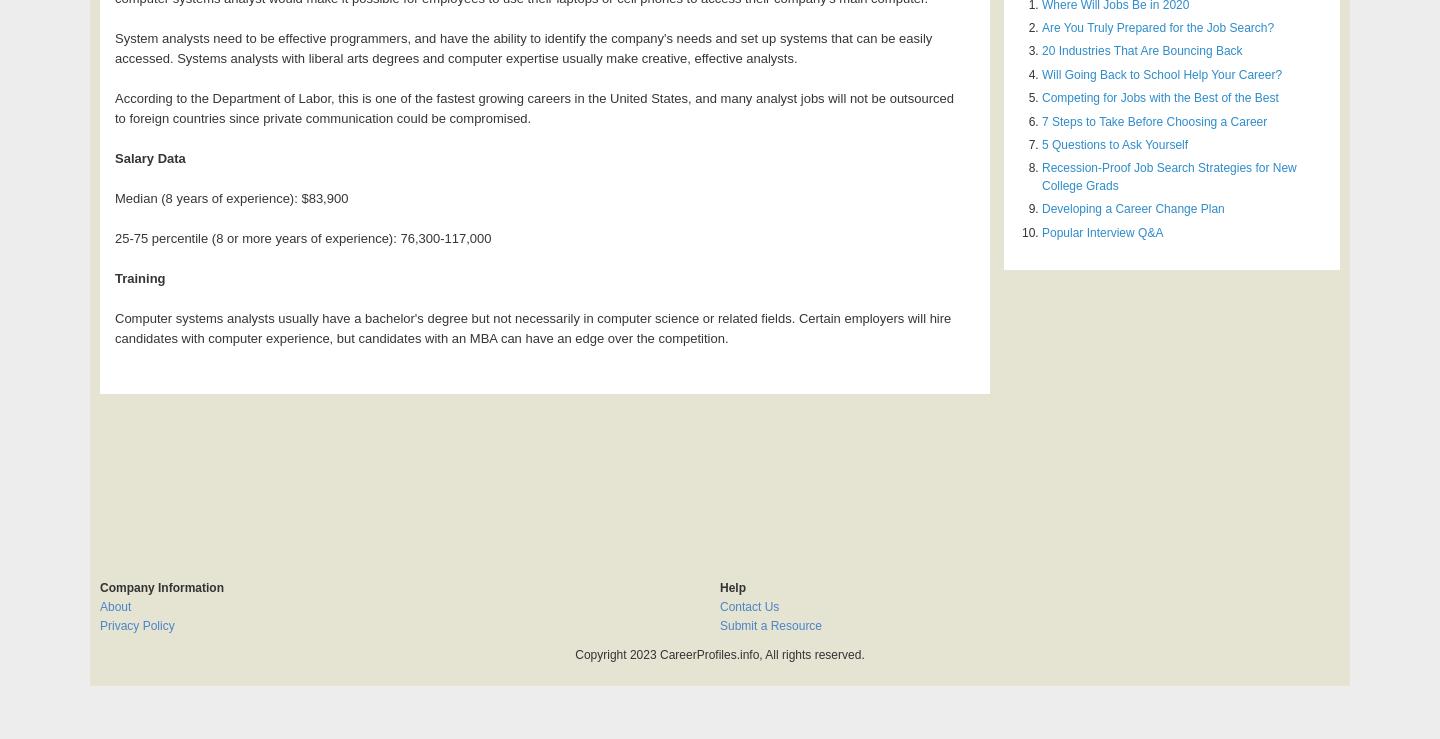 The image size is (1440, 739). Describe the element at coordinates (1168, 176) in the screenshot. I see `'Recession-Proof Job Search Strategies for New College Grads'` at that location.